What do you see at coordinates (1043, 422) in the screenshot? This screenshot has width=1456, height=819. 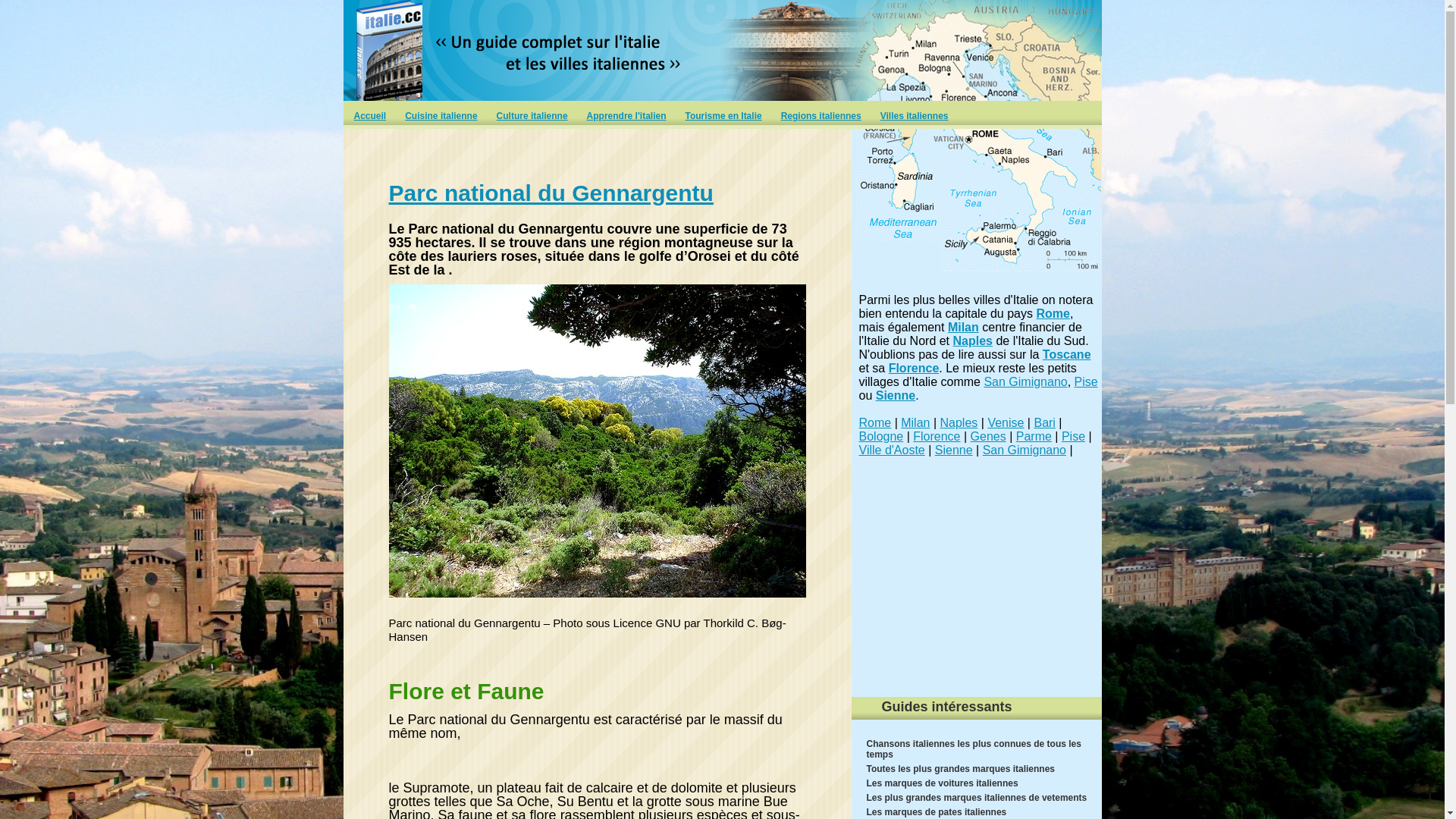 I see `'Bari'` at bounding box center [1043, 422].